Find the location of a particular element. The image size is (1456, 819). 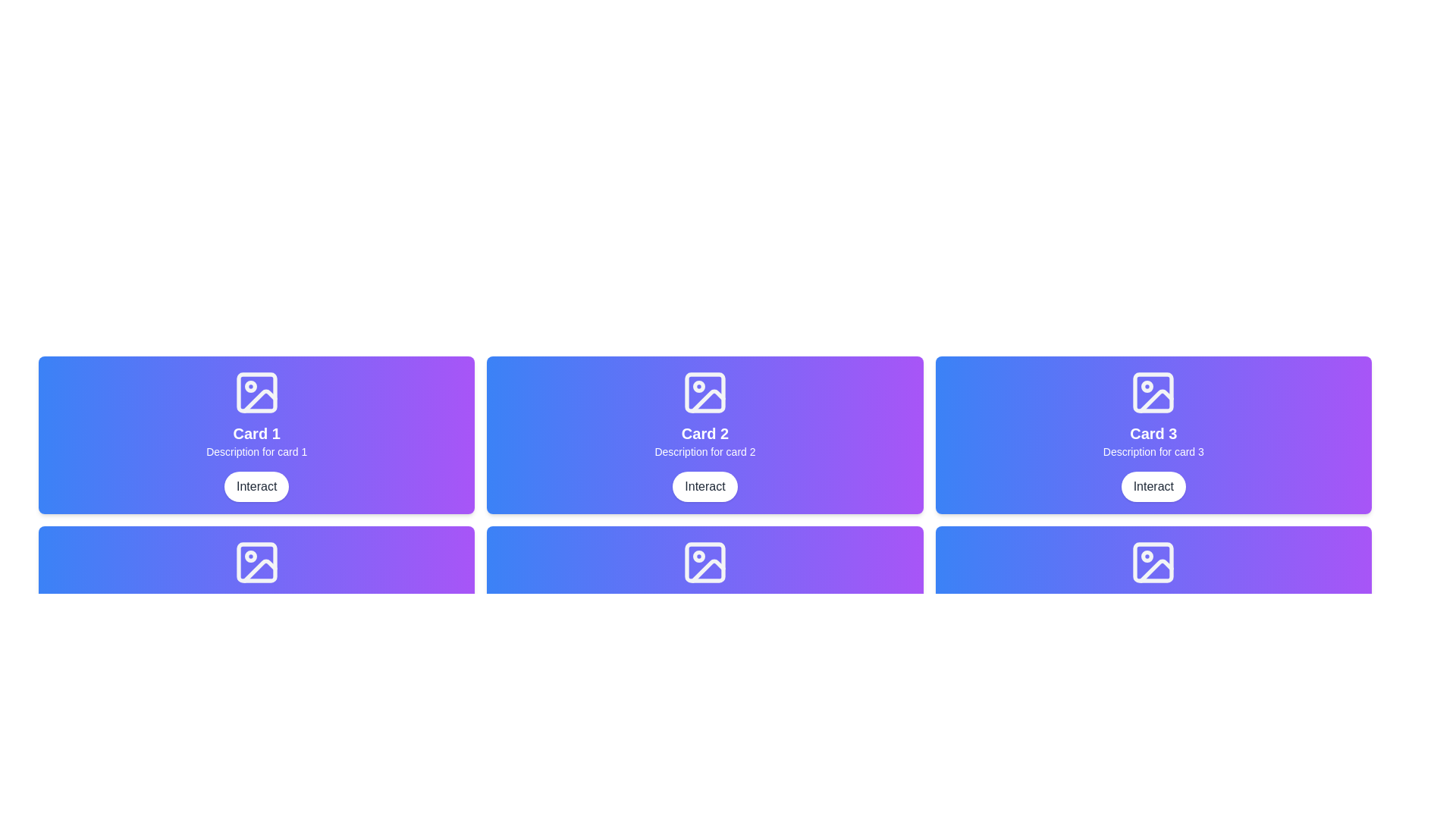

the sixth card in the grid layout that presents information related to 'Card 6', located in the rightmost column of the bottom row, below 'Card 3' is located at coordinates (1153, 604).